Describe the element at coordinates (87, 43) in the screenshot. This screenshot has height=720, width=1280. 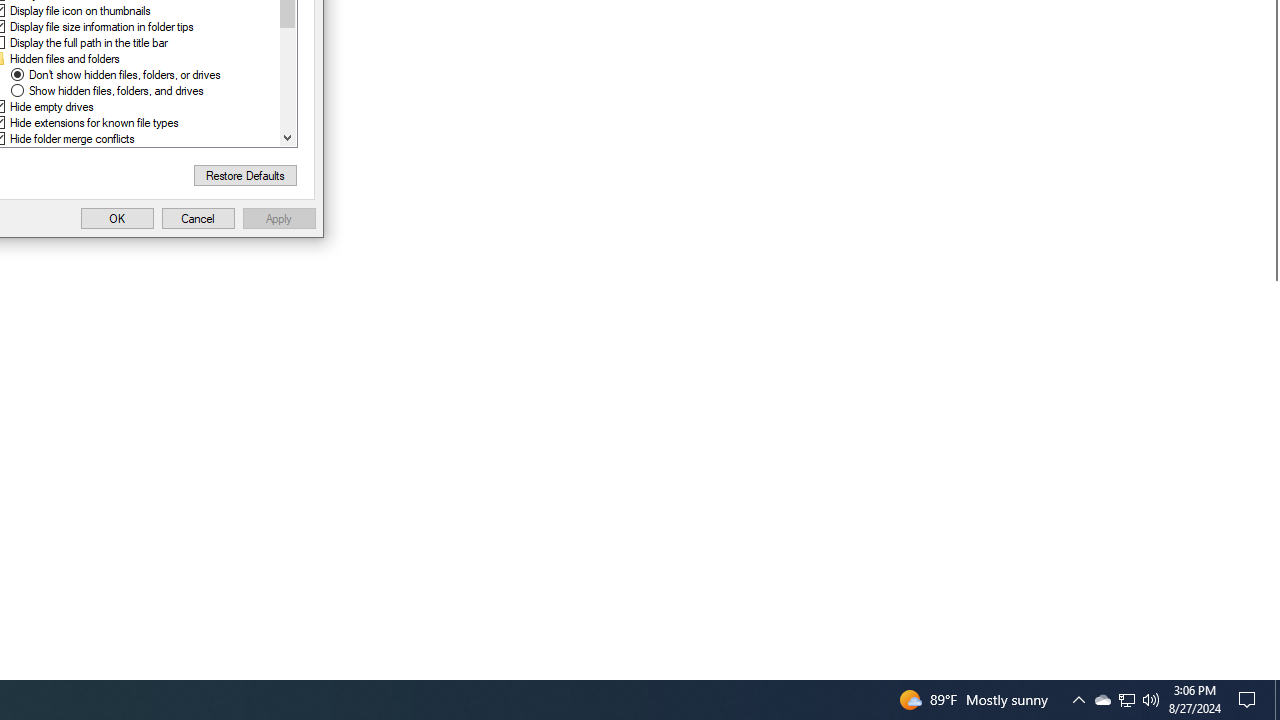
I see `'Display the full path in the title bar'` at that location.